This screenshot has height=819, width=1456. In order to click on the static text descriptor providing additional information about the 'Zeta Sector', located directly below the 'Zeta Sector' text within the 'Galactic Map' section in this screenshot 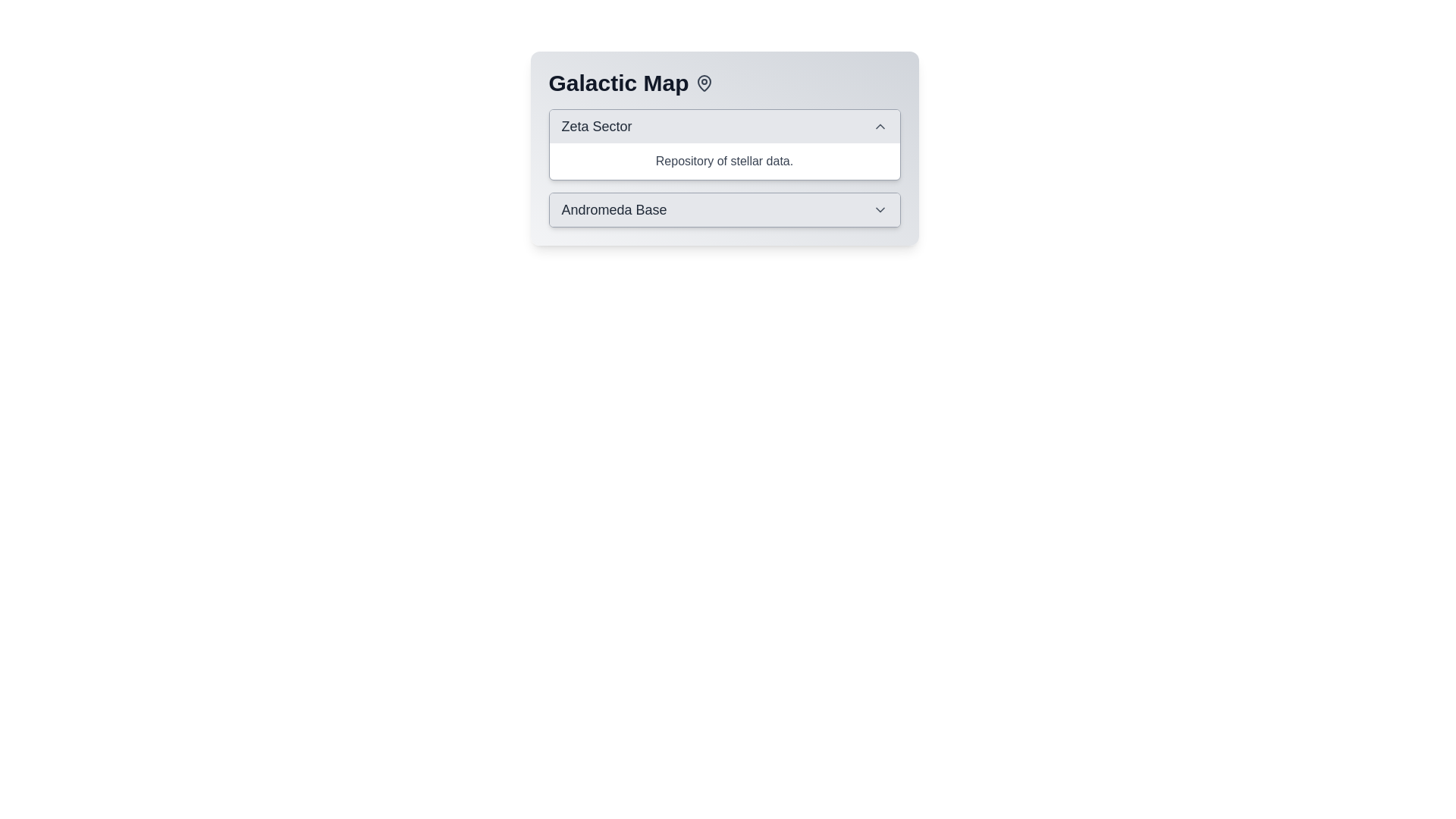, I will do `click(723, 161)`.